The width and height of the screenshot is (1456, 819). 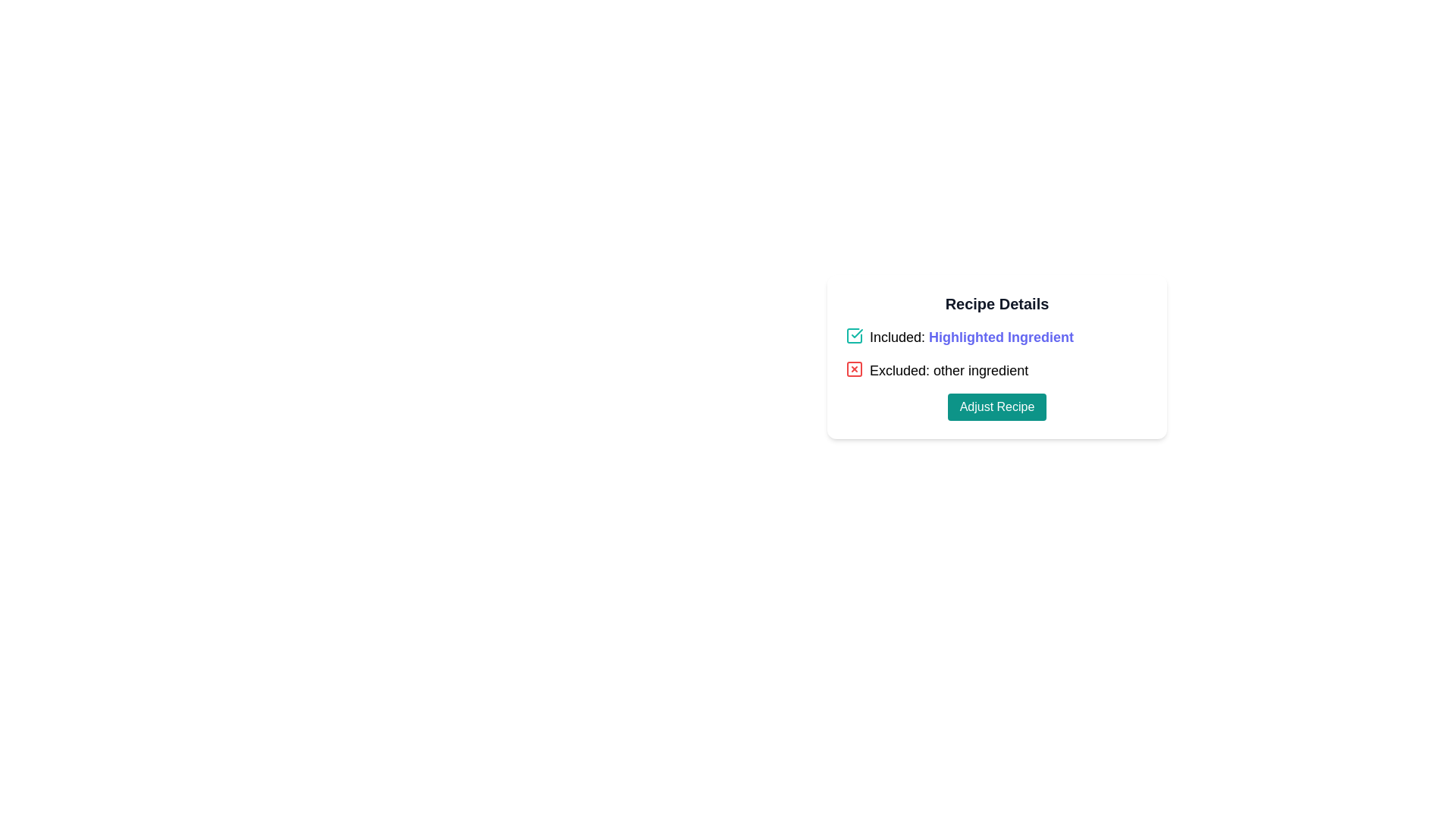 What do you see at coordinates (855, 369) in the screenshot?
I see `the square-shaped icon with a red border and a red 'X' inside, which indicates exclusion and is located to the left of the text 'Excluded: other ingredient' in the top-right region of the Recipe Details card` at bounding box center [855, 369].